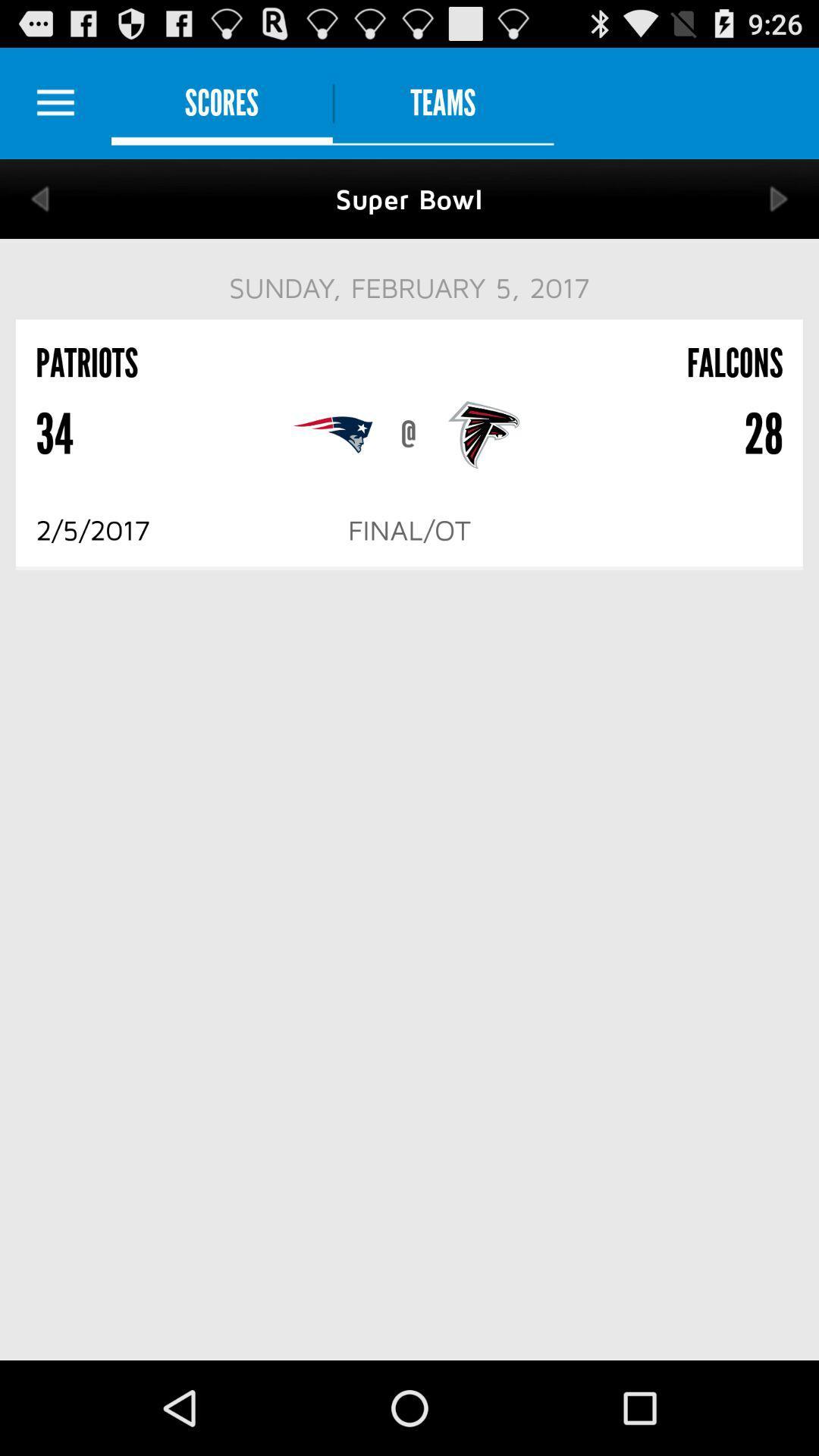 The width and height of the screenshot is (819, 1456). What do you see at coordinates (779, 198) in the screenshot?
I see `next game` at bounding box center [779, 198].